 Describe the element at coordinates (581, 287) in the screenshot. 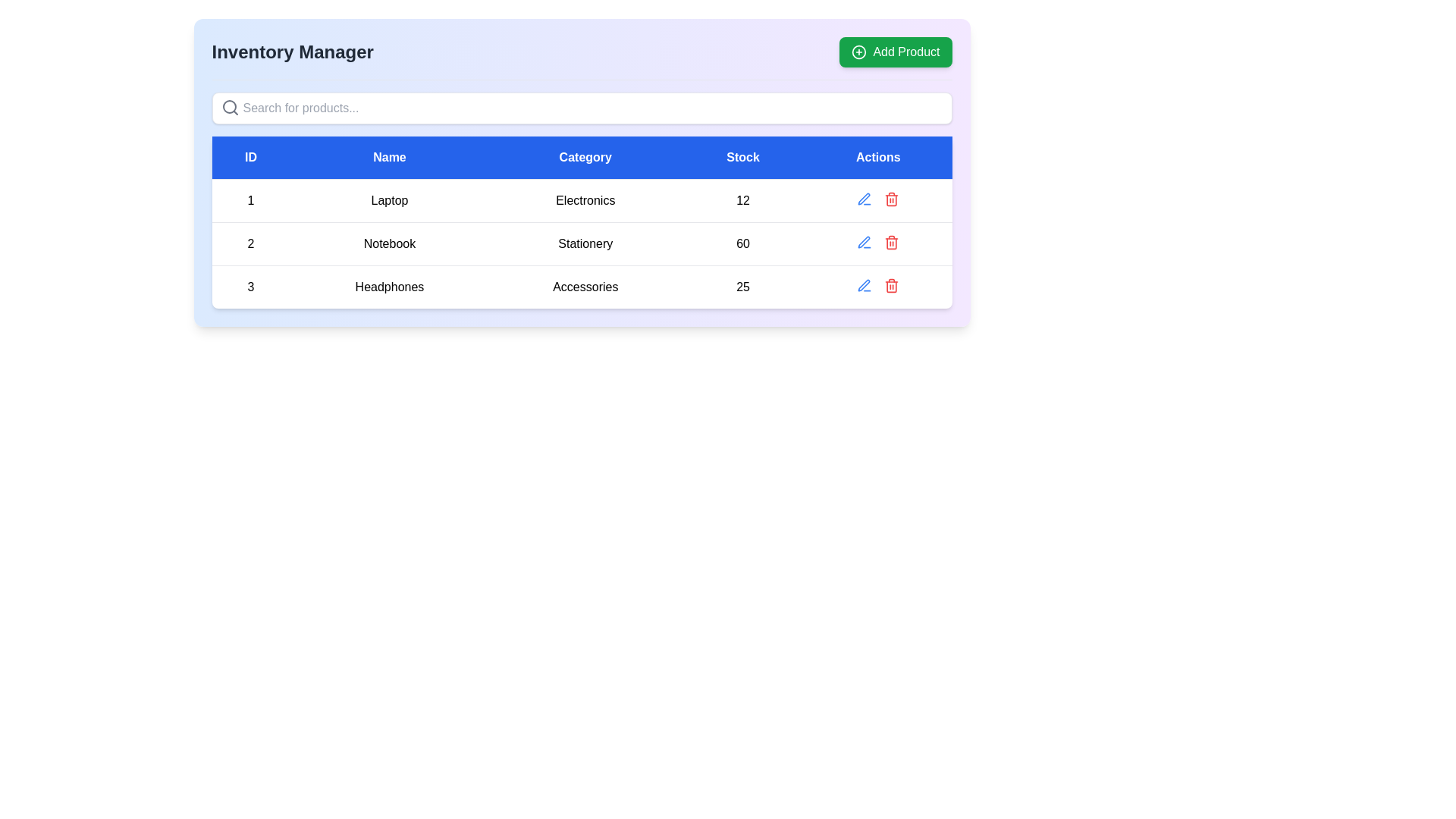

I see `the text label 'Accessories' located in the third row under the 'Category' column of the table` at that location.